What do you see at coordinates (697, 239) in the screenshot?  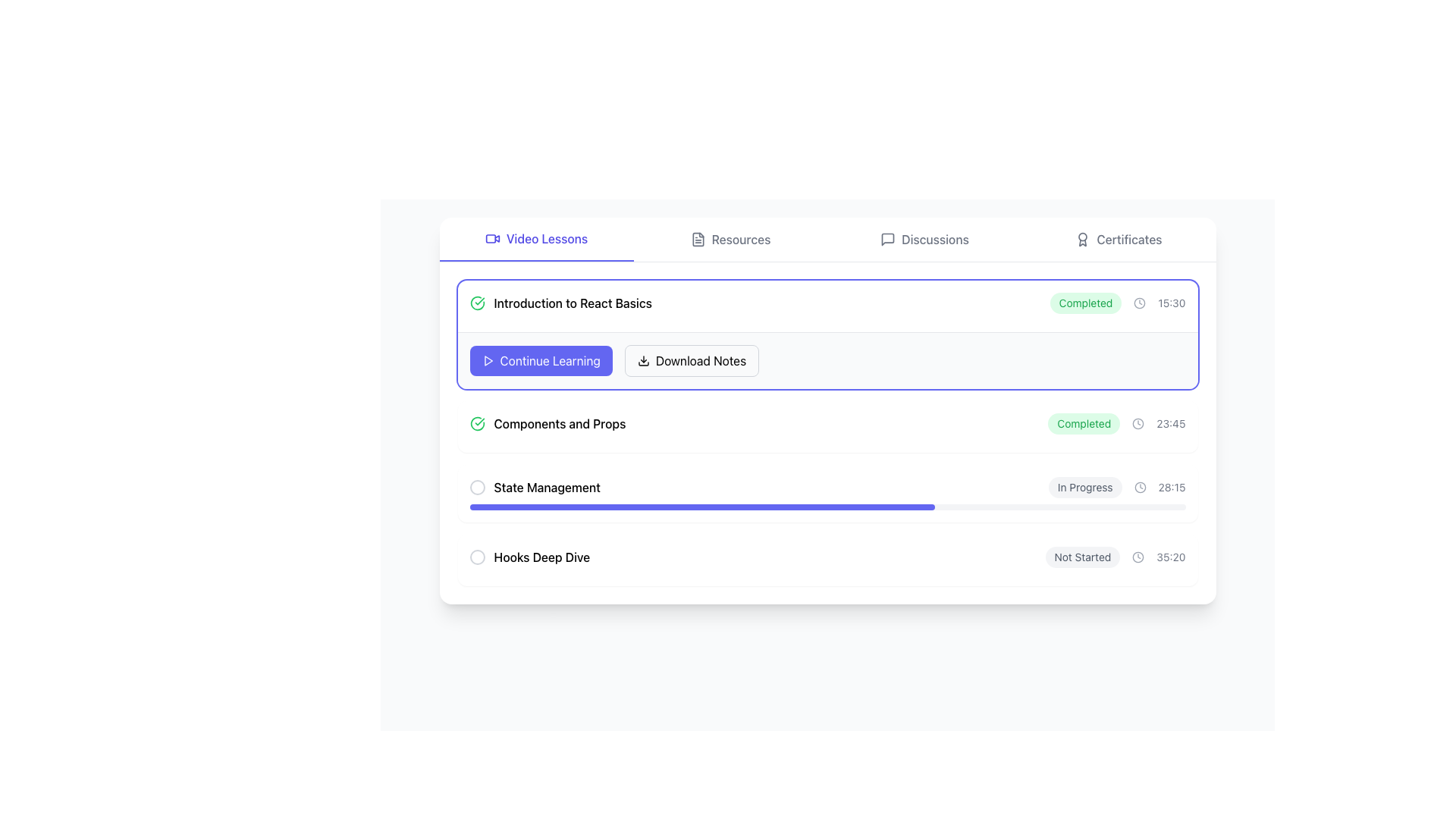 I see `the rectangular icon with a paper document design located between the 'Video Lessons' and 'Discussions' tabs in the header section` at bounding box center [697, 239].